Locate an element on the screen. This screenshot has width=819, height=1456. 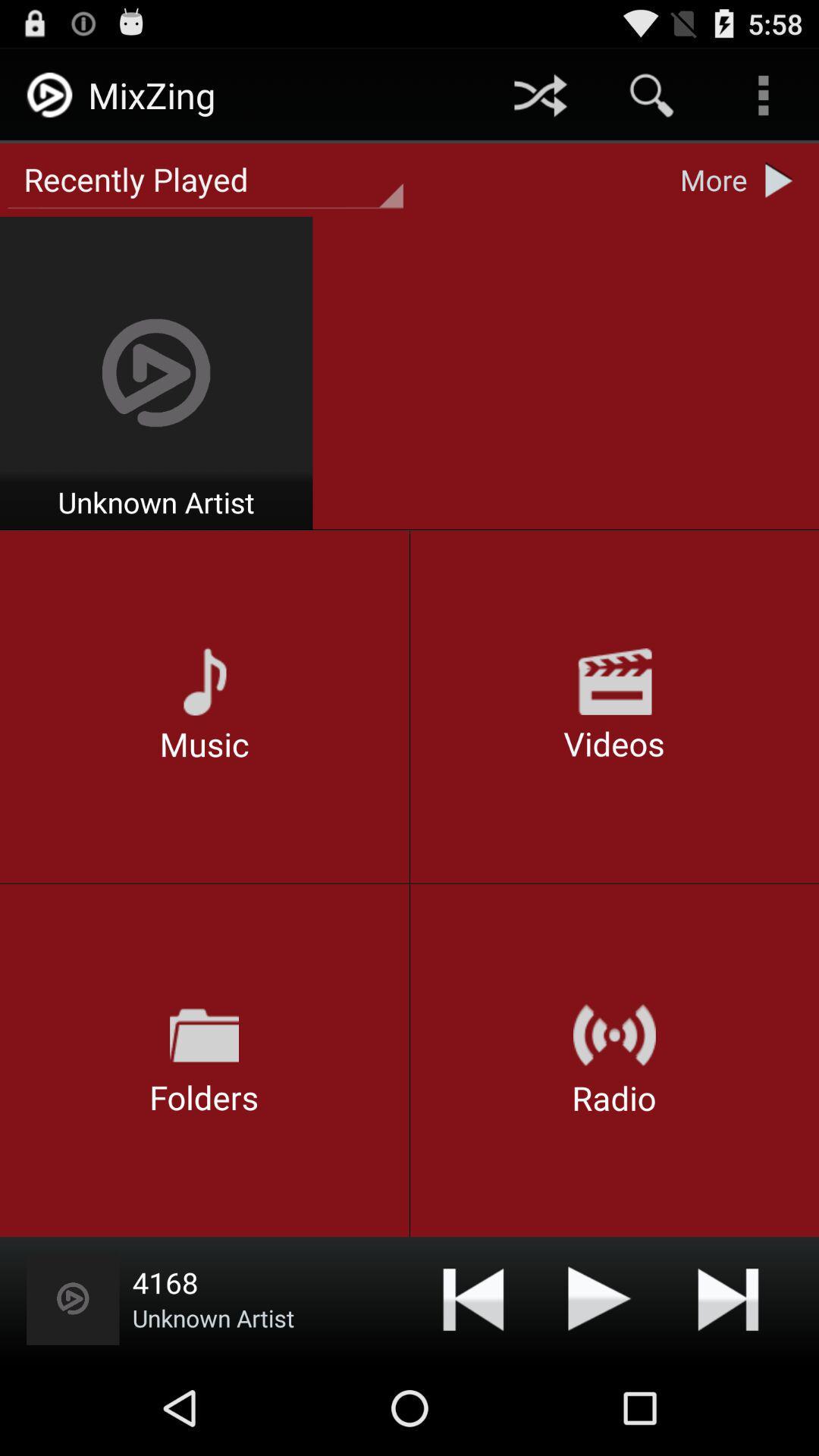
more is located at coordinates (783, 180).